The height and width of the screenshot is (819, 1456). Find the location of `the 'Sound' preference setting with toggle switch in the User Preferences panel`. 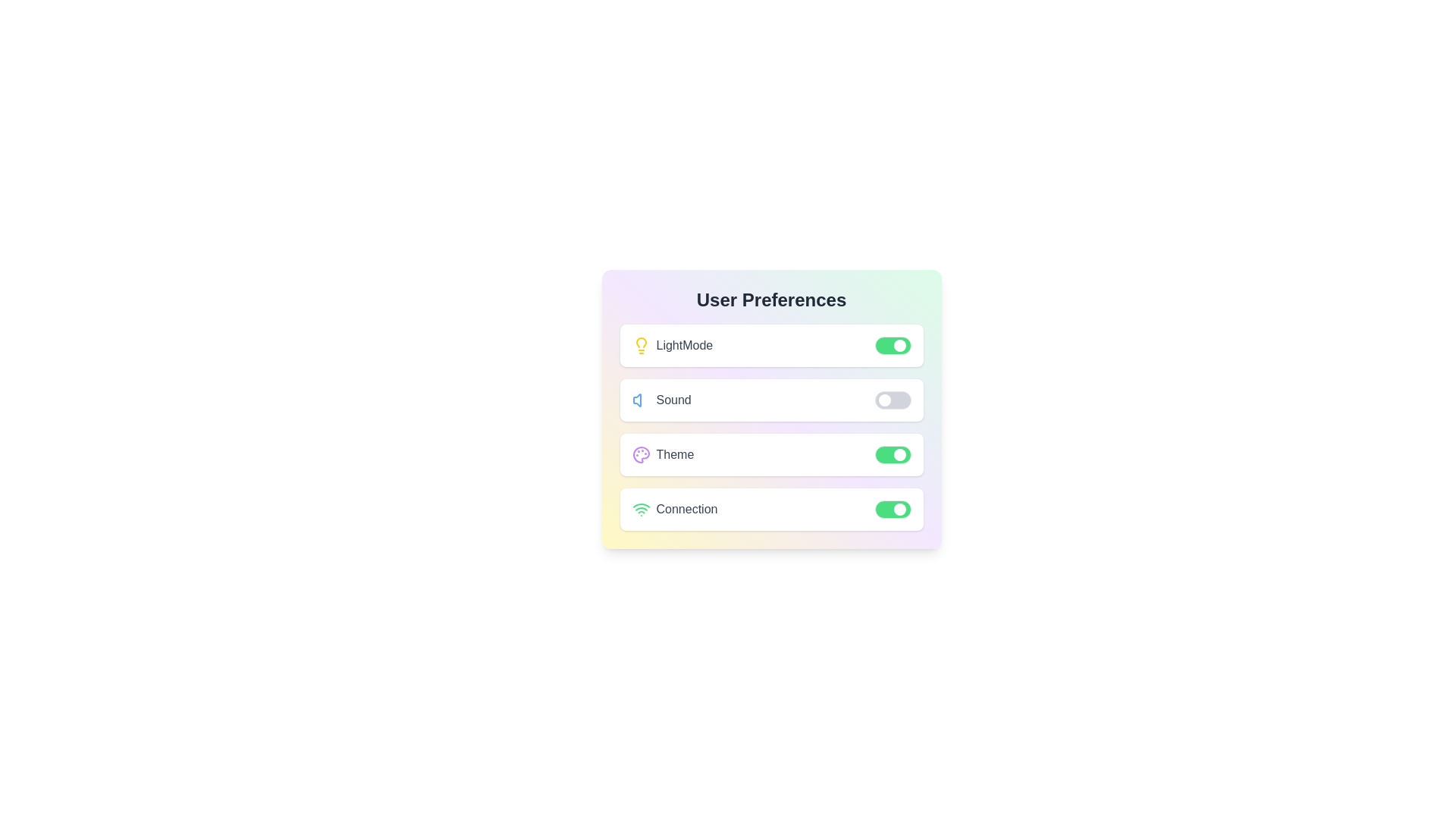

the 'Sound' preference setting with toggle switch in the User Preferences panel is located at coordinates (771, 409).